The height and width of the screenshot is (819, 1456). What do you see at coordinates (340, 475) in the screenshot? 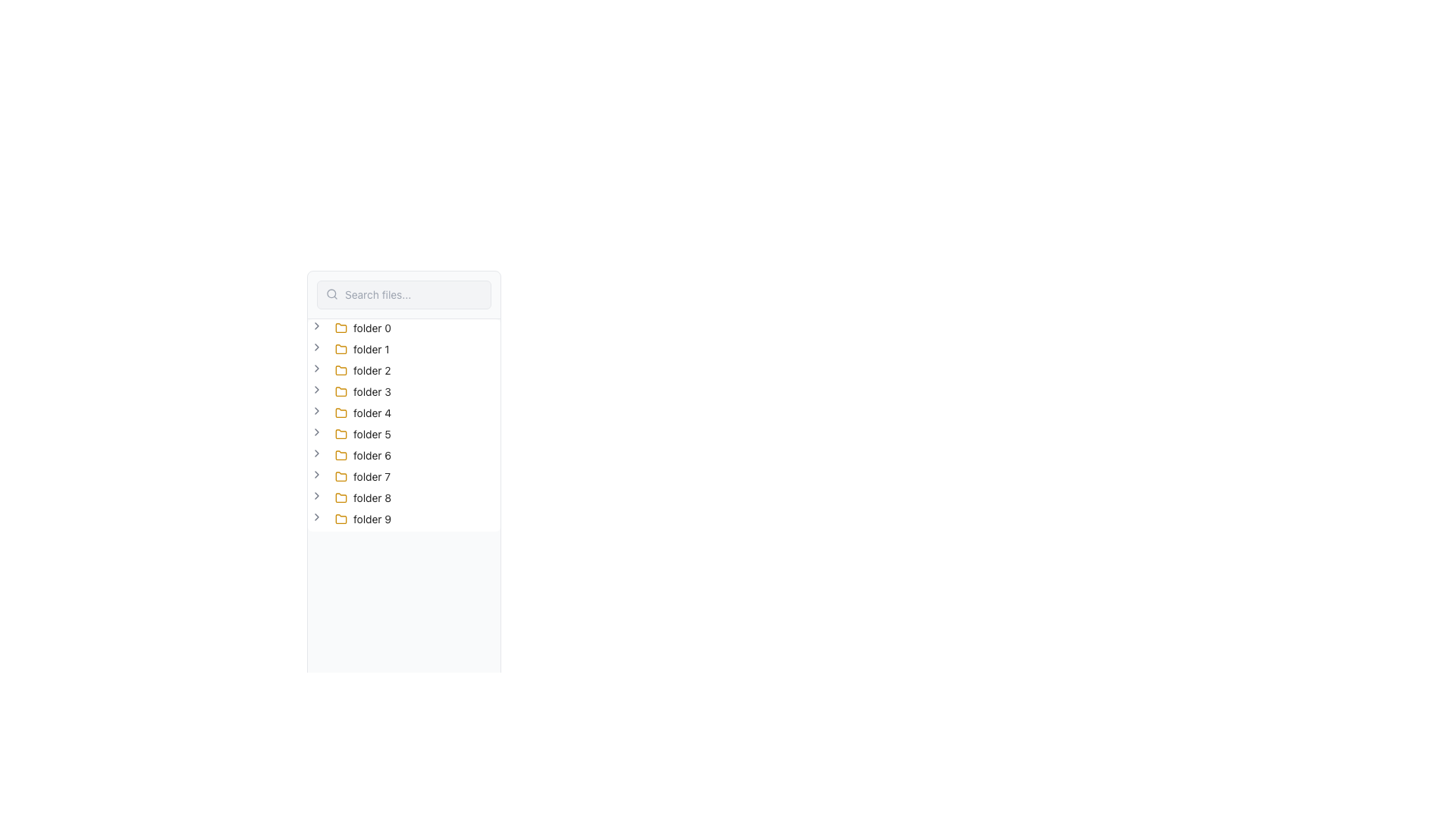
I see `the golden-yellow folder icon located next to the text 'folder 7', which is the seventh item in the hierarchical list` at bounding box center [340, 475].